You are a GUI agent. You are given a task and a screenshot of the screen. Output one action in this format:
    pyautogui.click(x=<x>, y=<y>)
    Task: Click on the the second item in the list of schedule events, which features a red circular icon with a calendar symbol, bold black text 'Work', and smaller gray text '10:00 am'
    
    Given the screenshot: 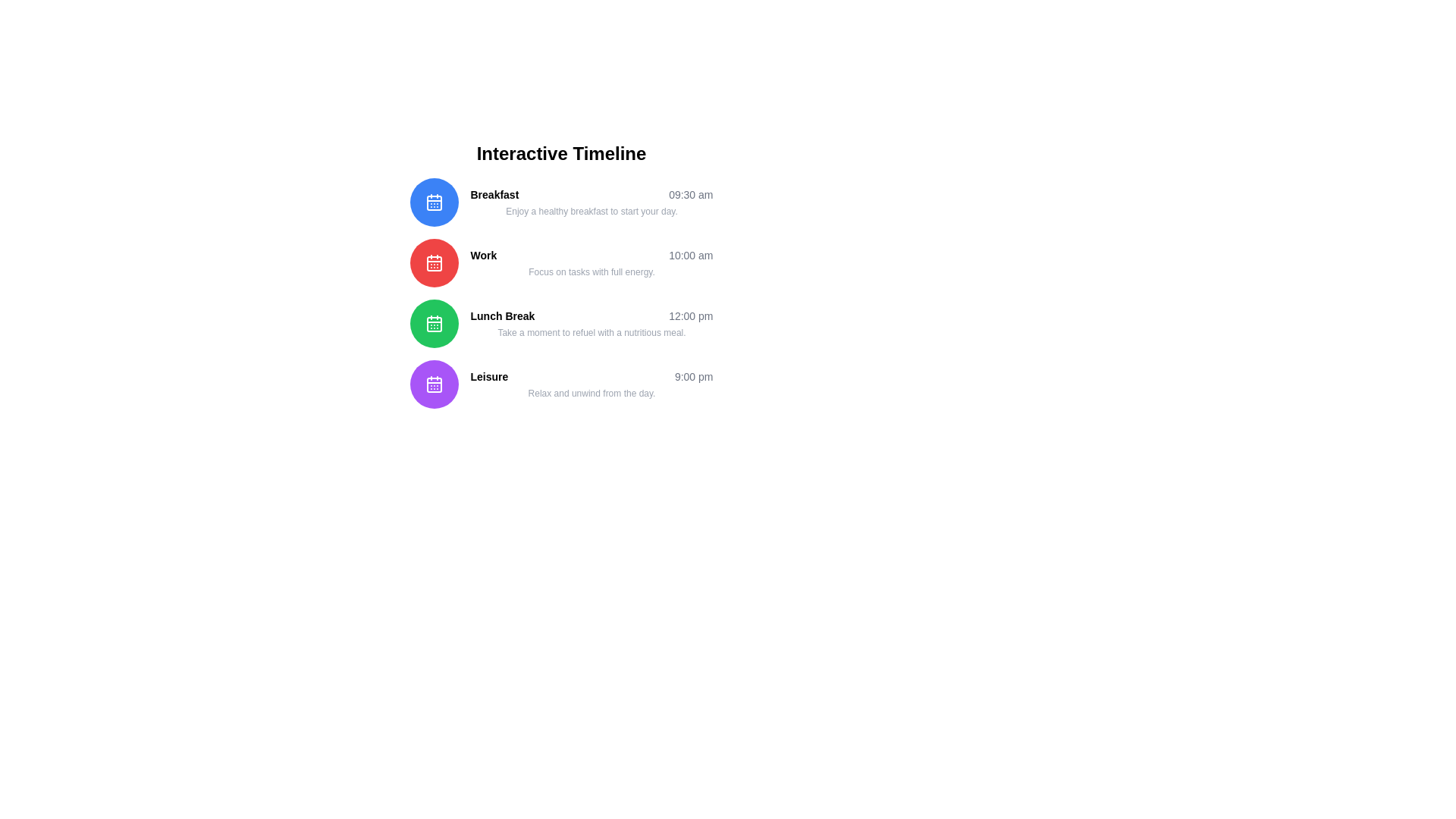 What is the action you would take?
    pyautogui.click(x=560, y=262)
    